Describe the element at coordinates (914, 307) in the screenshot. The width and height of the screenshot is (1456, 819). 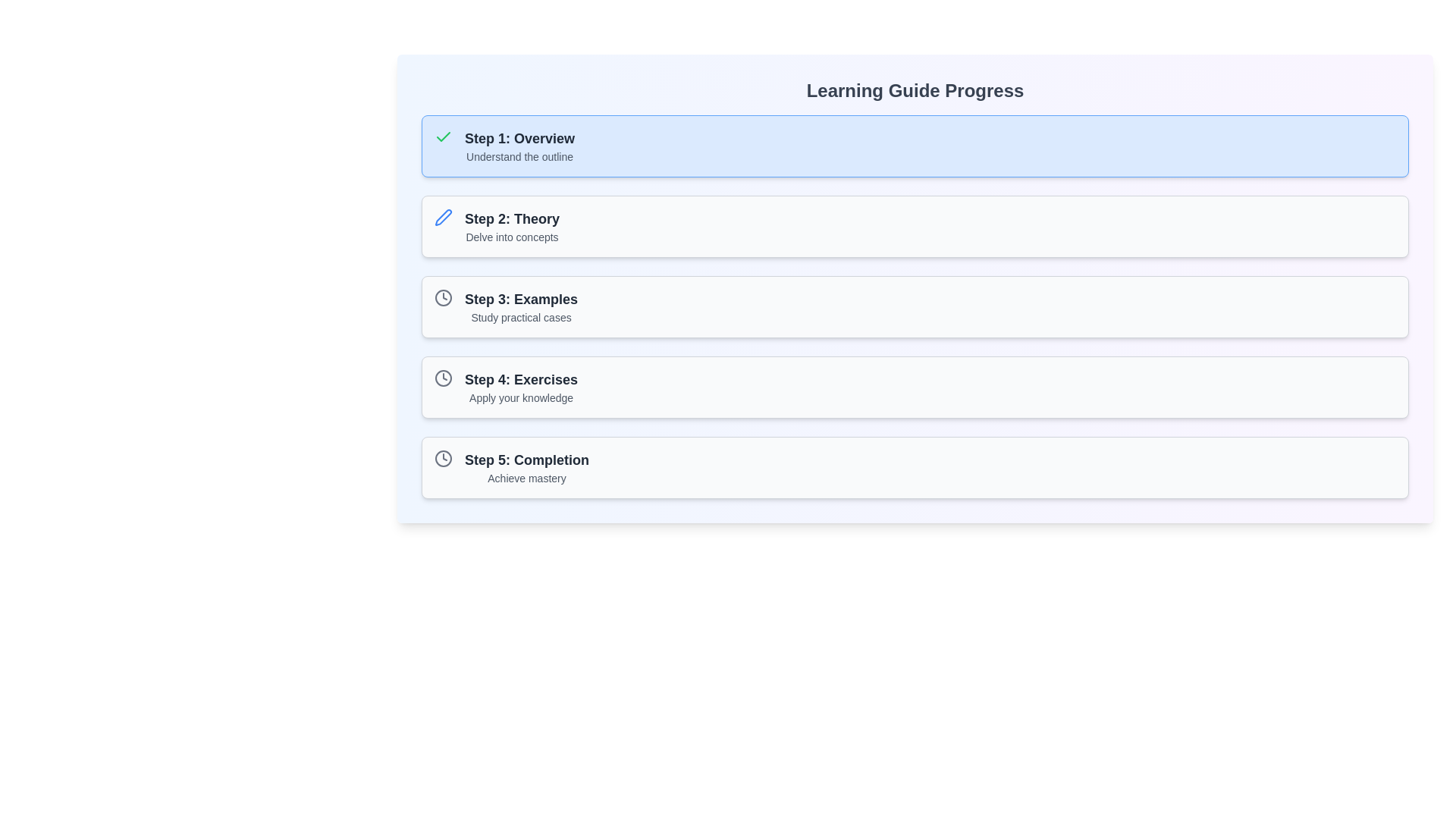
I see `the Card element representing a step in the progress guide` at that location.